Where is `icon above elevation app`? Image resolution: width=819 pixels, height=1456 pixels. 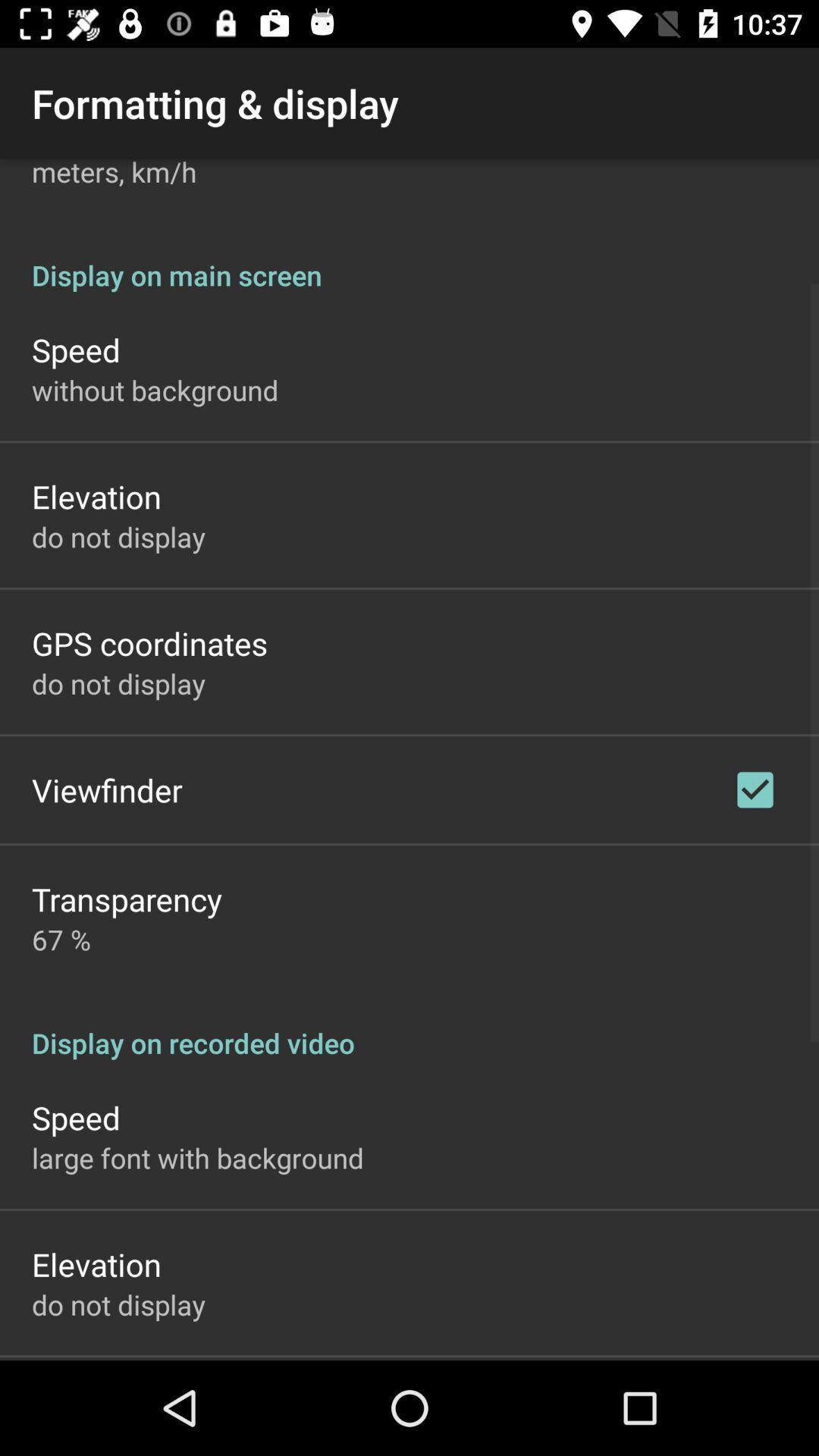 icon above elevation app is located at coordinates (197, 1156).